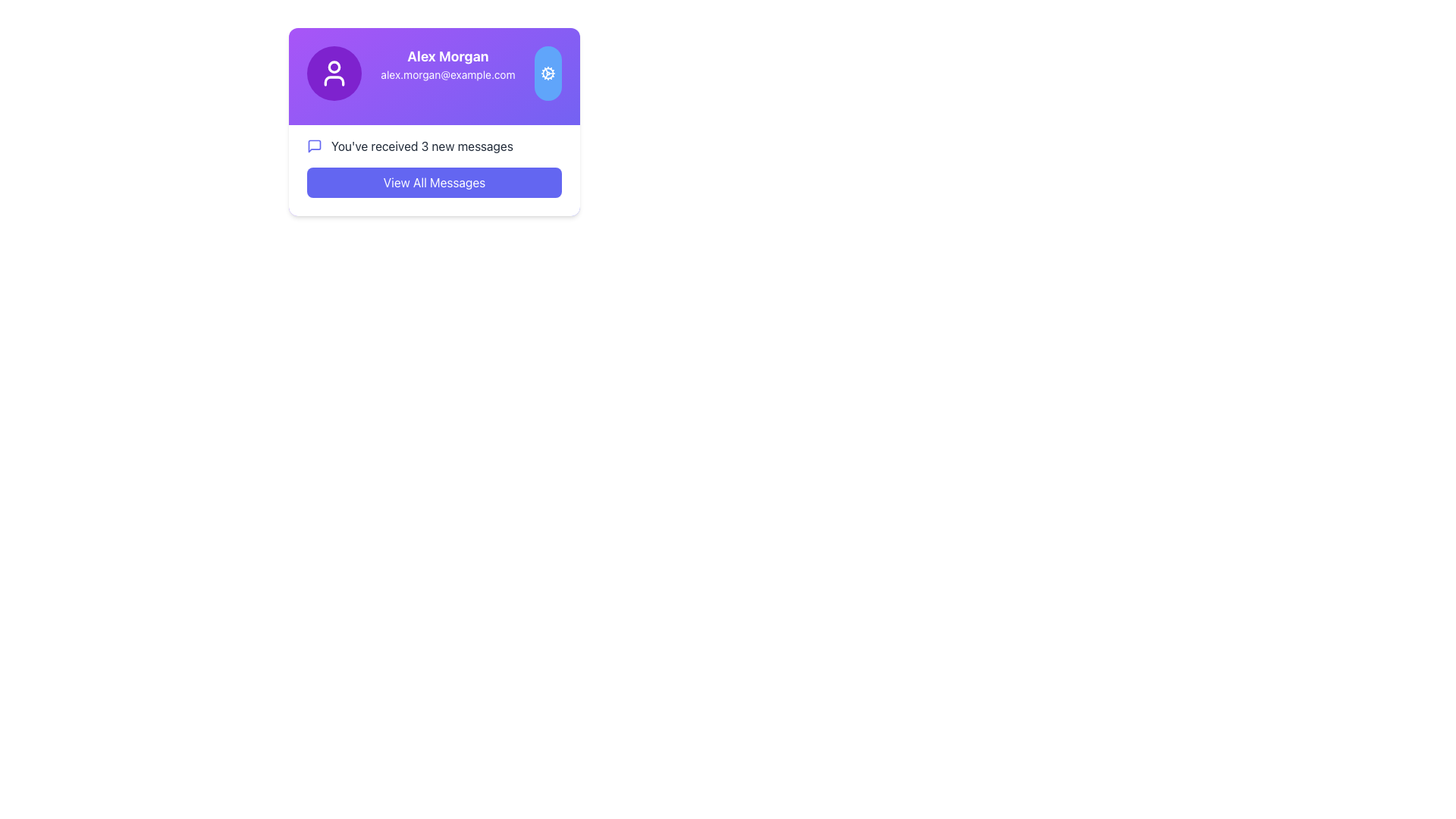  I want to click on the message notification icon located to the left of the text 'You've received 3 new messages' within the notification card, so click(313, 146).